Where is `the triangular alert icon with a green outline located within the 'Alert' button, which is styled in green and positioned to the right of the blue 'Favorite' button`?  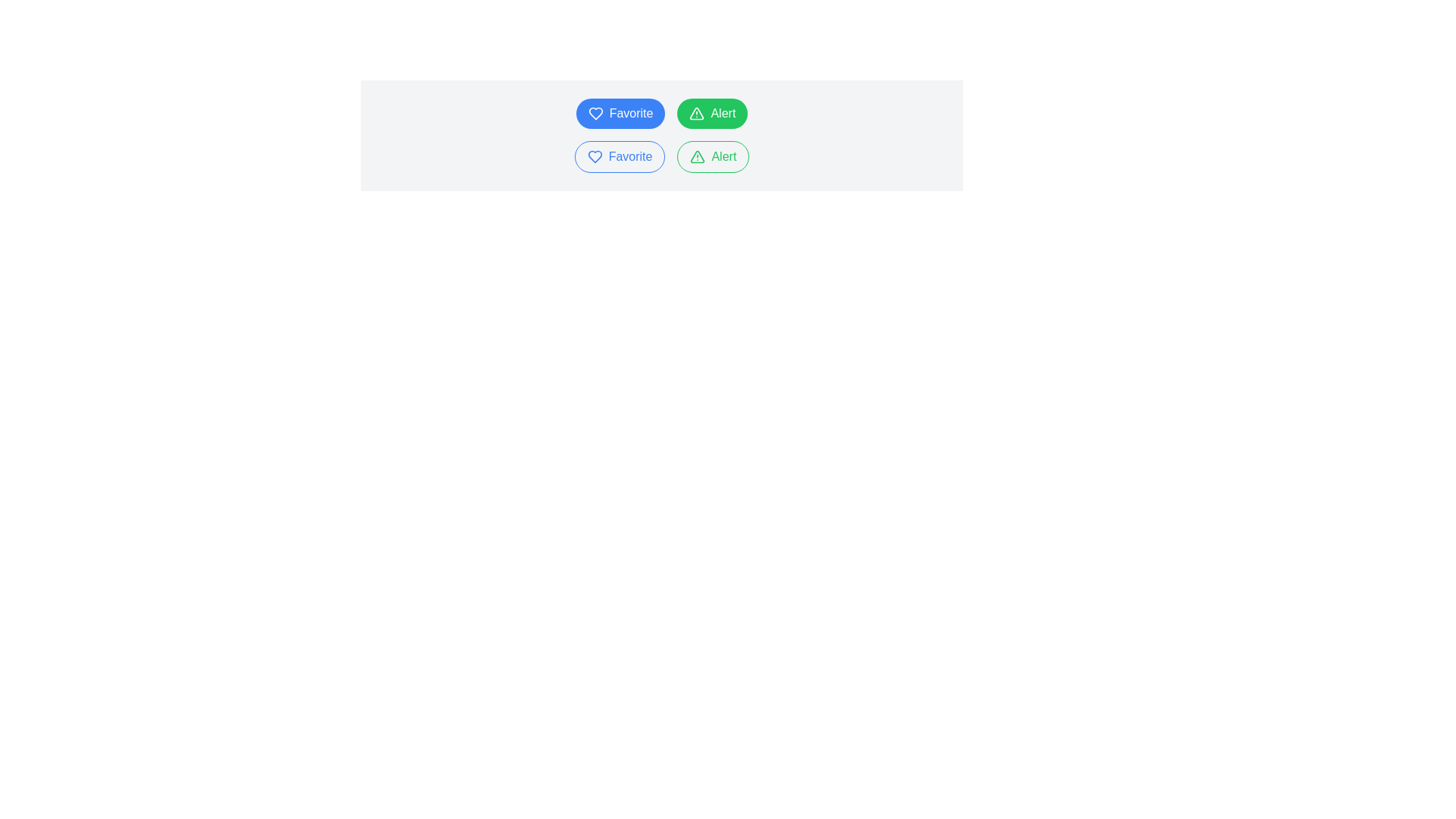
the triangular alert icon with a green outline located within the 'Alert' button, which is styled in green and positioned to the right of the blue 'Favorite' button is located at coordinates (697, 157).